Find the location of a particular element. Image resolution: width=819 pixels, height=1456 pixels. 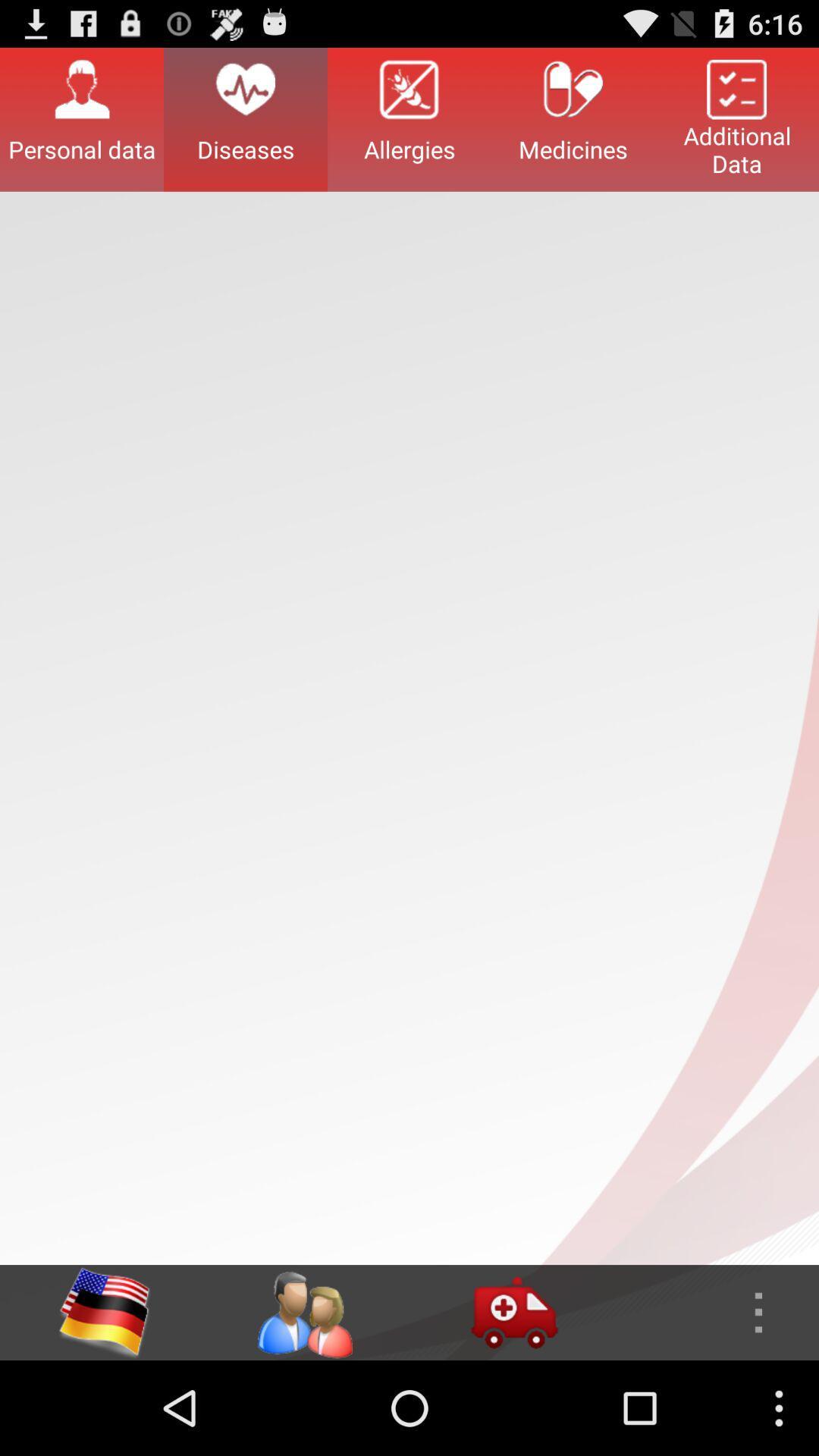

the allergies icon is located at coordinates (409, 118).